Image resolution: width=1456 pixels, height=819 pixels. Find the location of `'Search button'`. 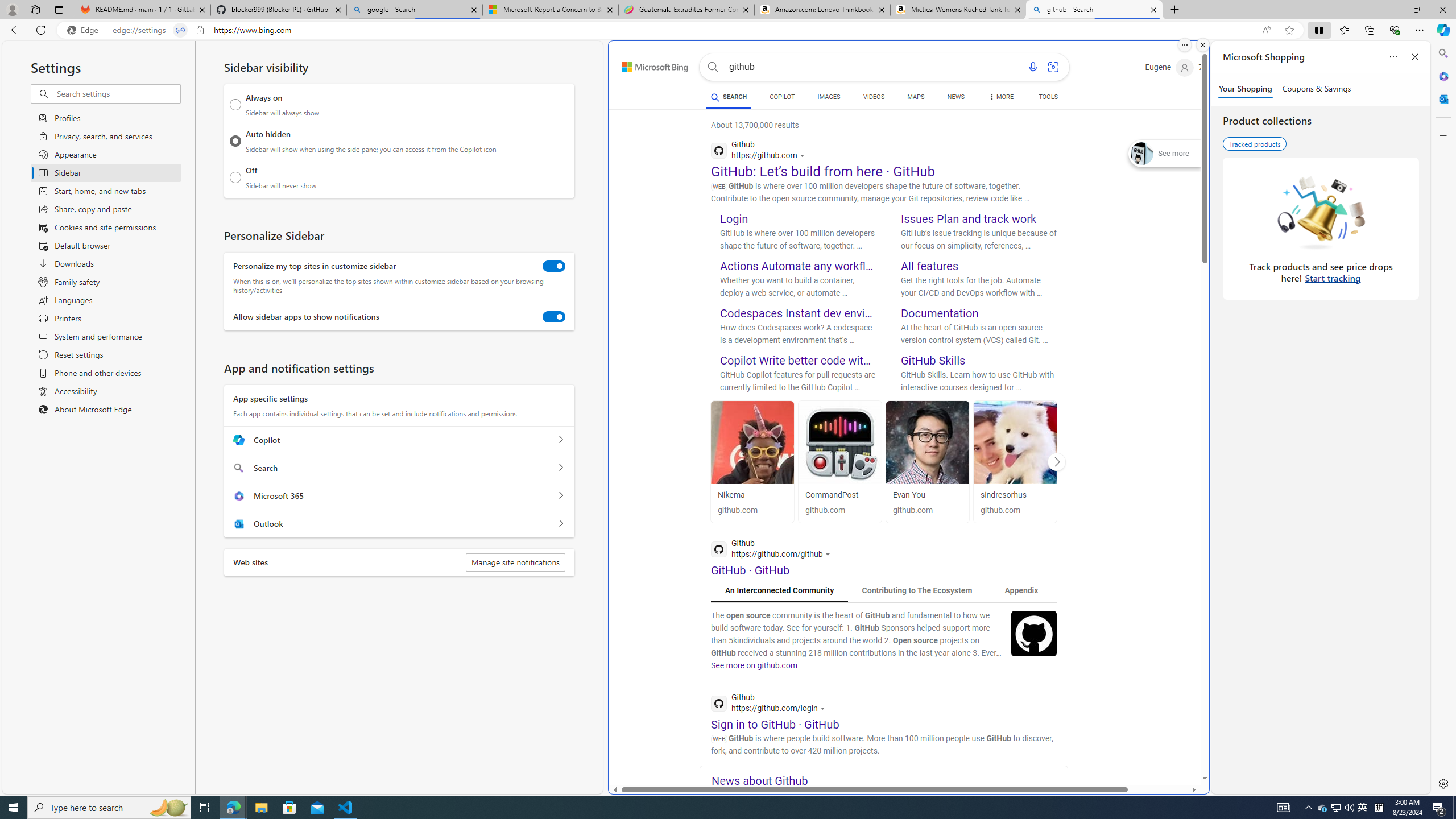

'Search button' is located at coordinates (713, 67).